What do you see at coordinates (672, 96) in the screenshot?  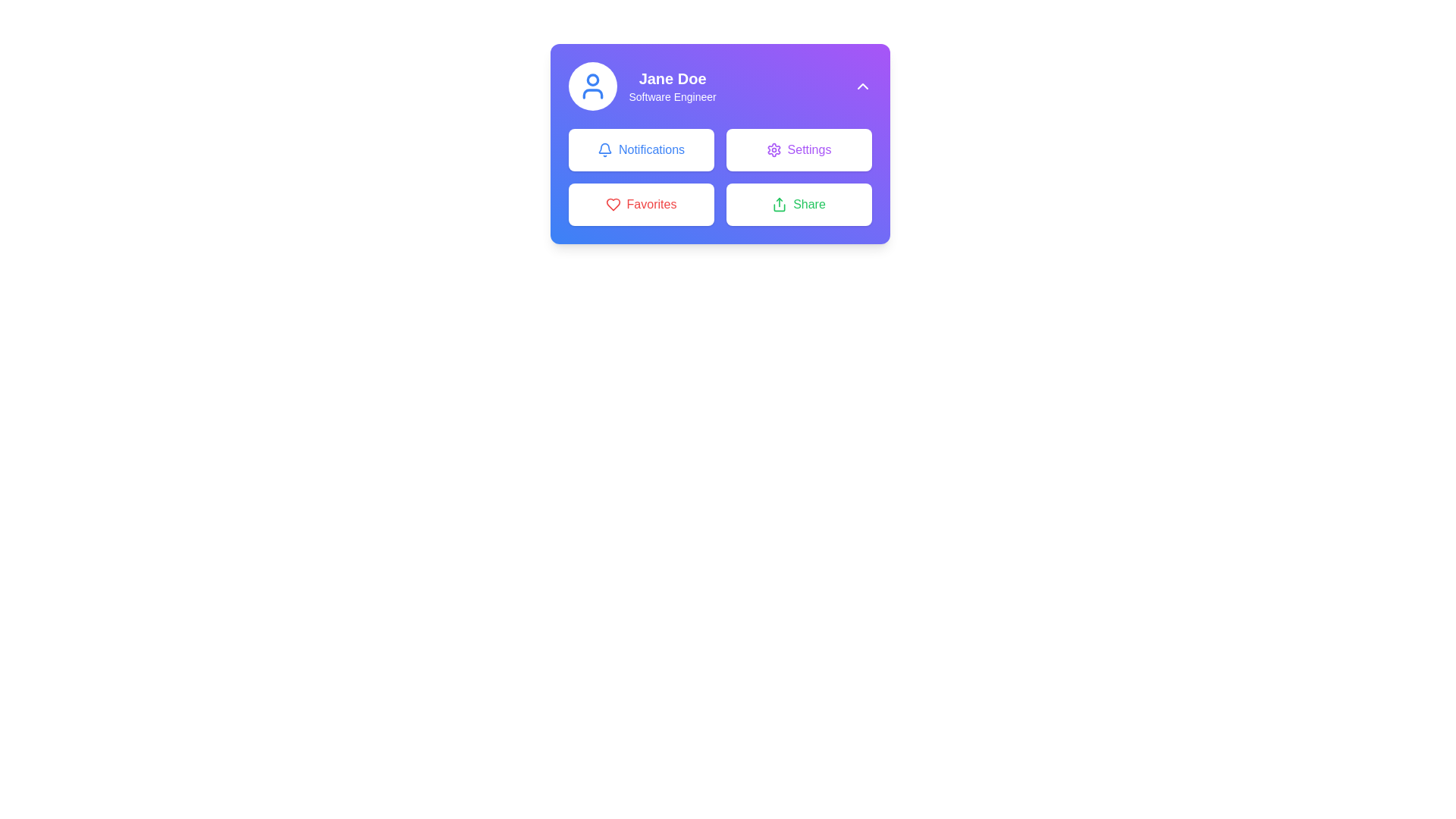 I see `the text element that reads 'Software Engineer', located beneath 'Jane Doe' within the profile card` at bounding box center [672, 96].